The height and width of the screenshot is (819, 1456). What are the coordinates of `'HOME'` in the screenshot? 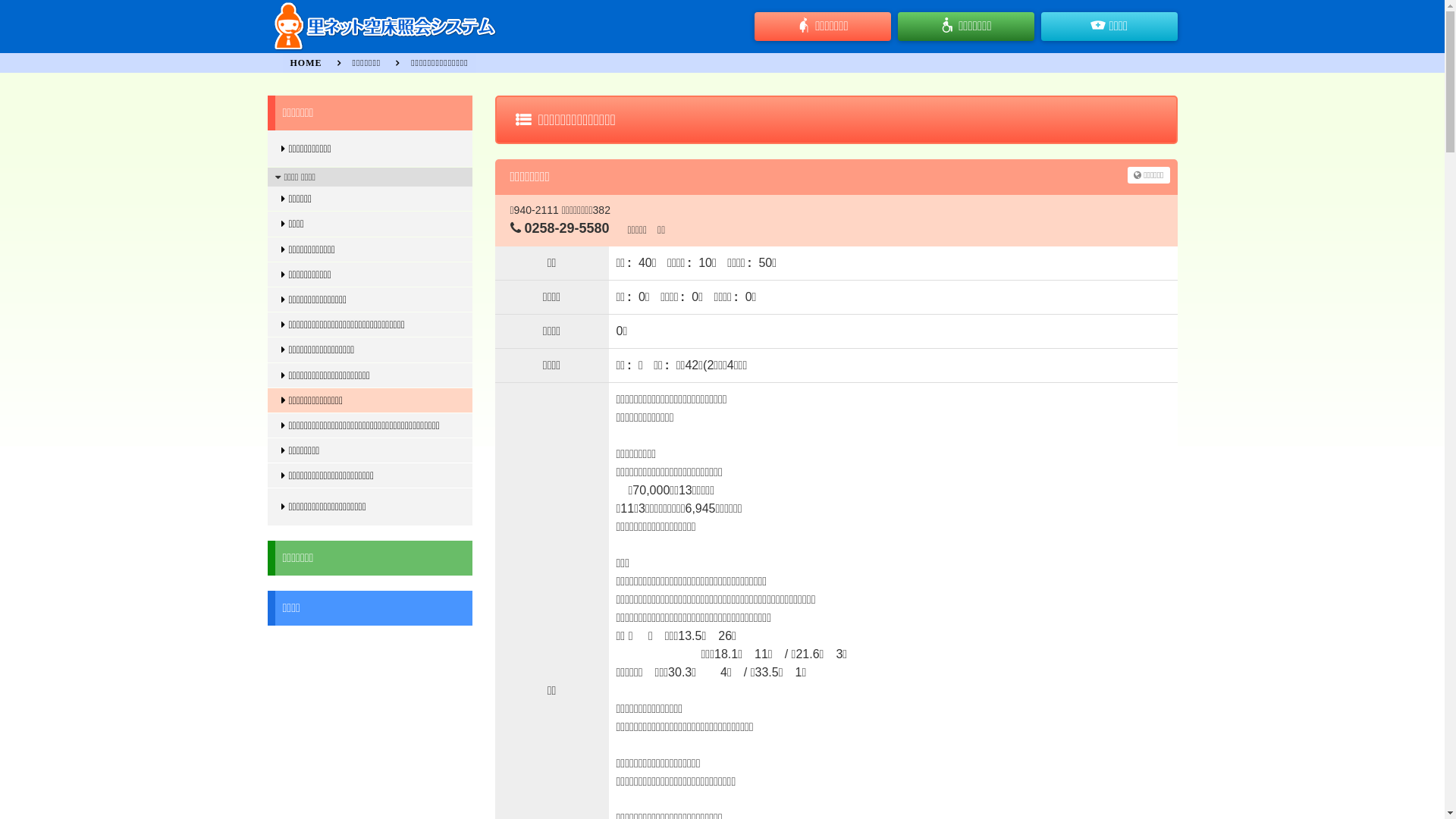 It's located at (305, 62).